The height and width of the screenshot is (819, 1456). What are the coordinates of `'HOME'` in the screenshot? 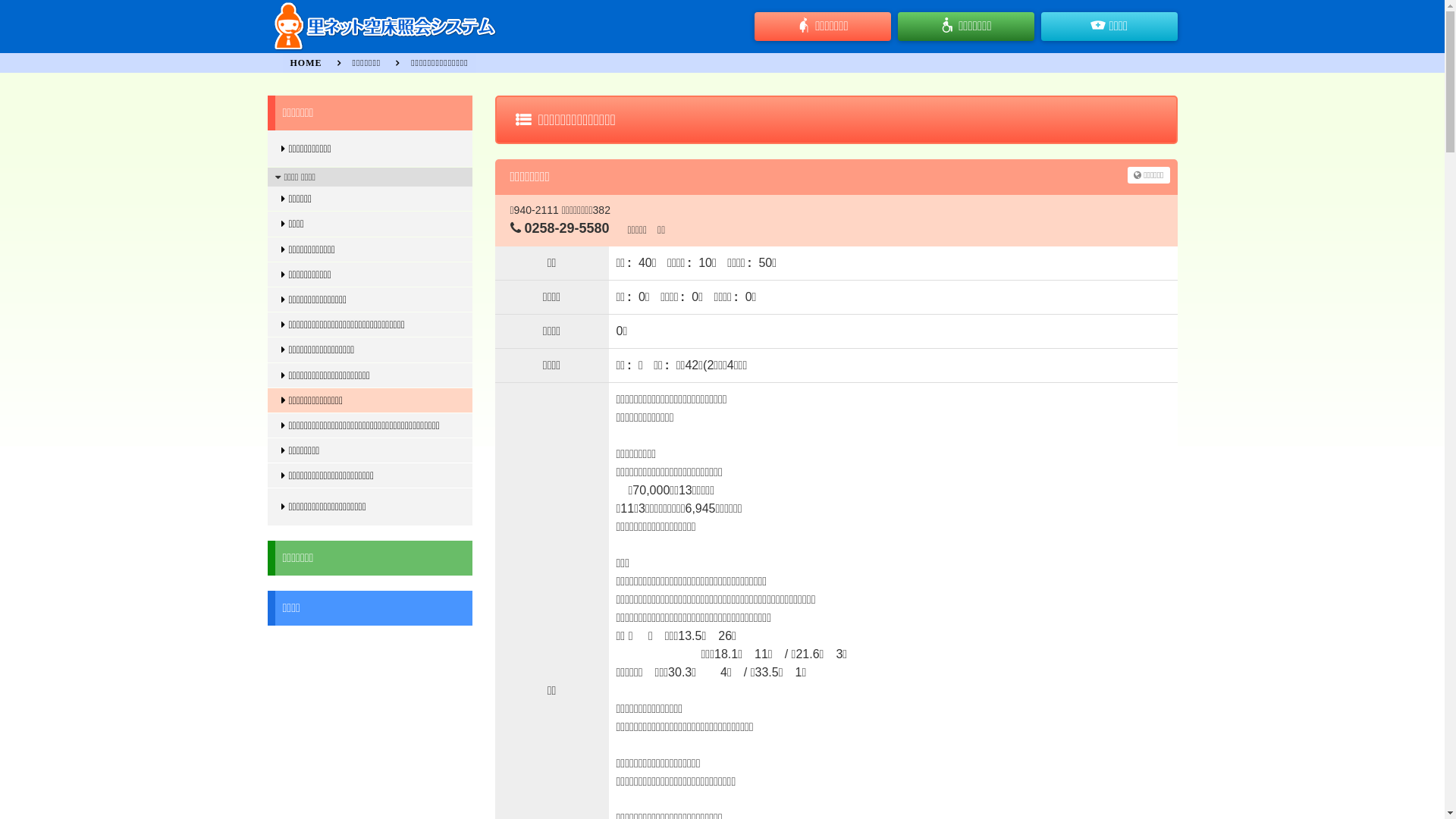 It's located at (305, 62).